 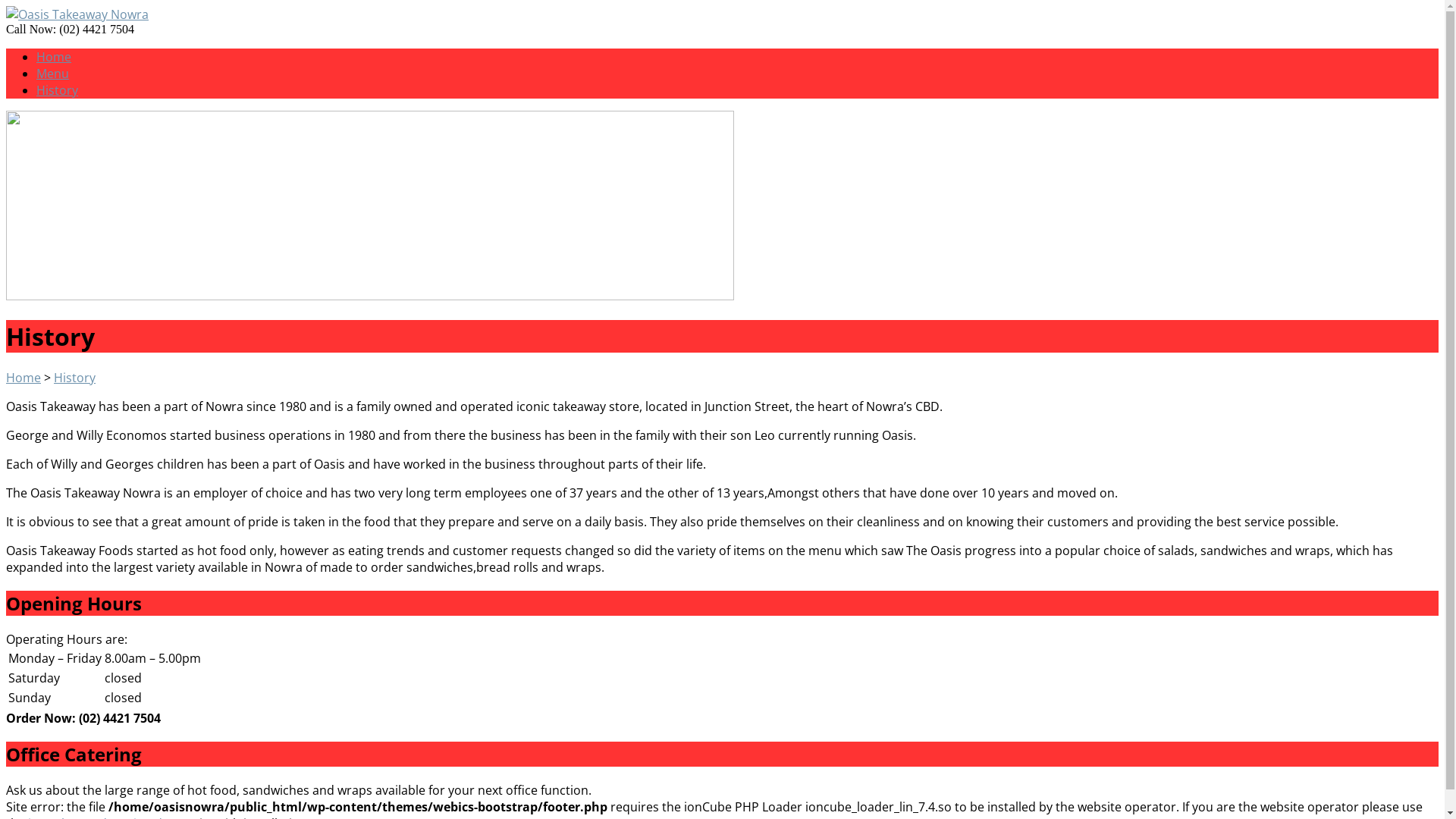 What do you see at coordinates (52, 73) in the screenshot?
I see `'Menu'` at bounding box center [52, 73].